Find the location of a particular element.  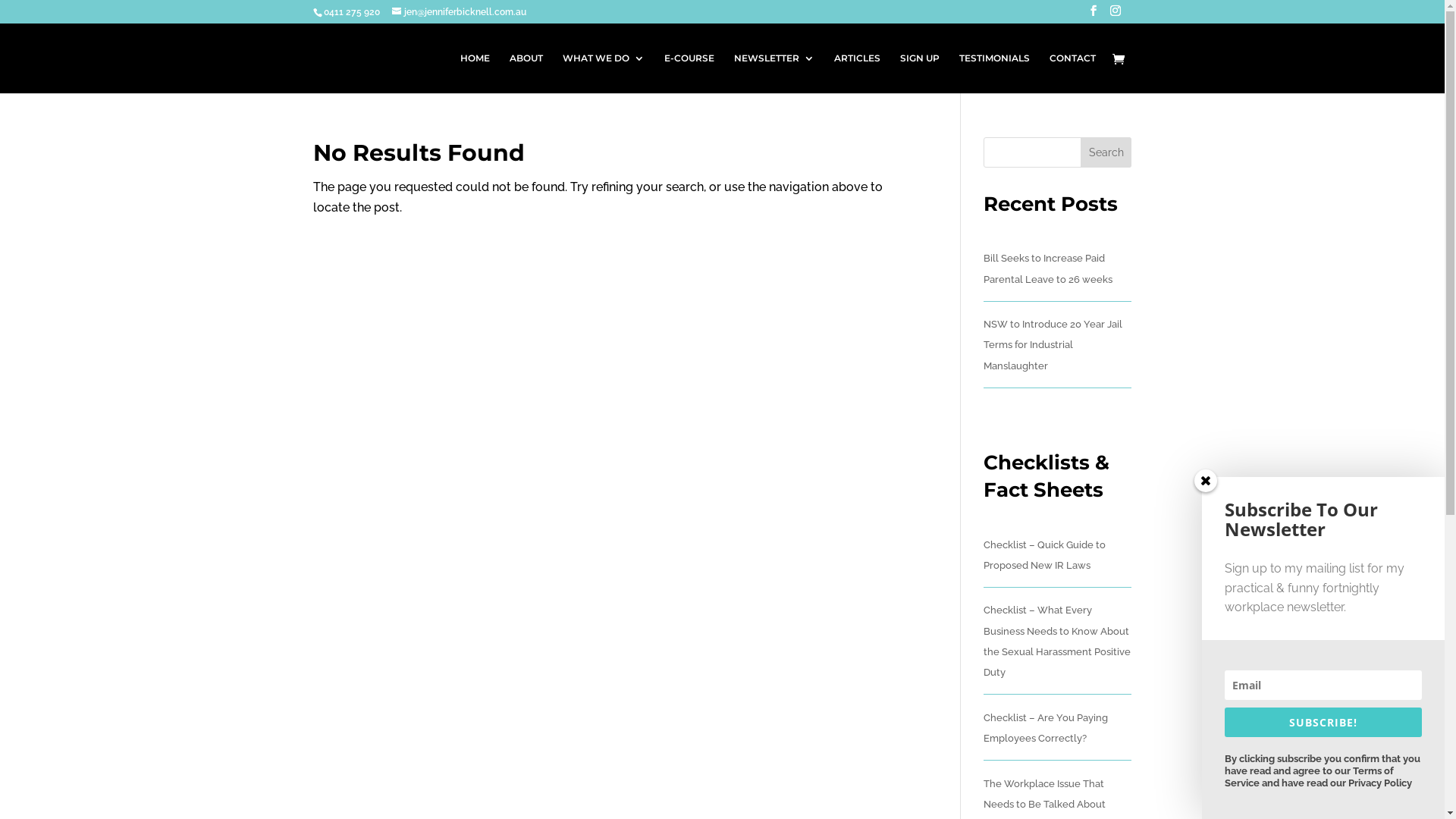

'SIGN UP' is located at coordinates (918, 73).